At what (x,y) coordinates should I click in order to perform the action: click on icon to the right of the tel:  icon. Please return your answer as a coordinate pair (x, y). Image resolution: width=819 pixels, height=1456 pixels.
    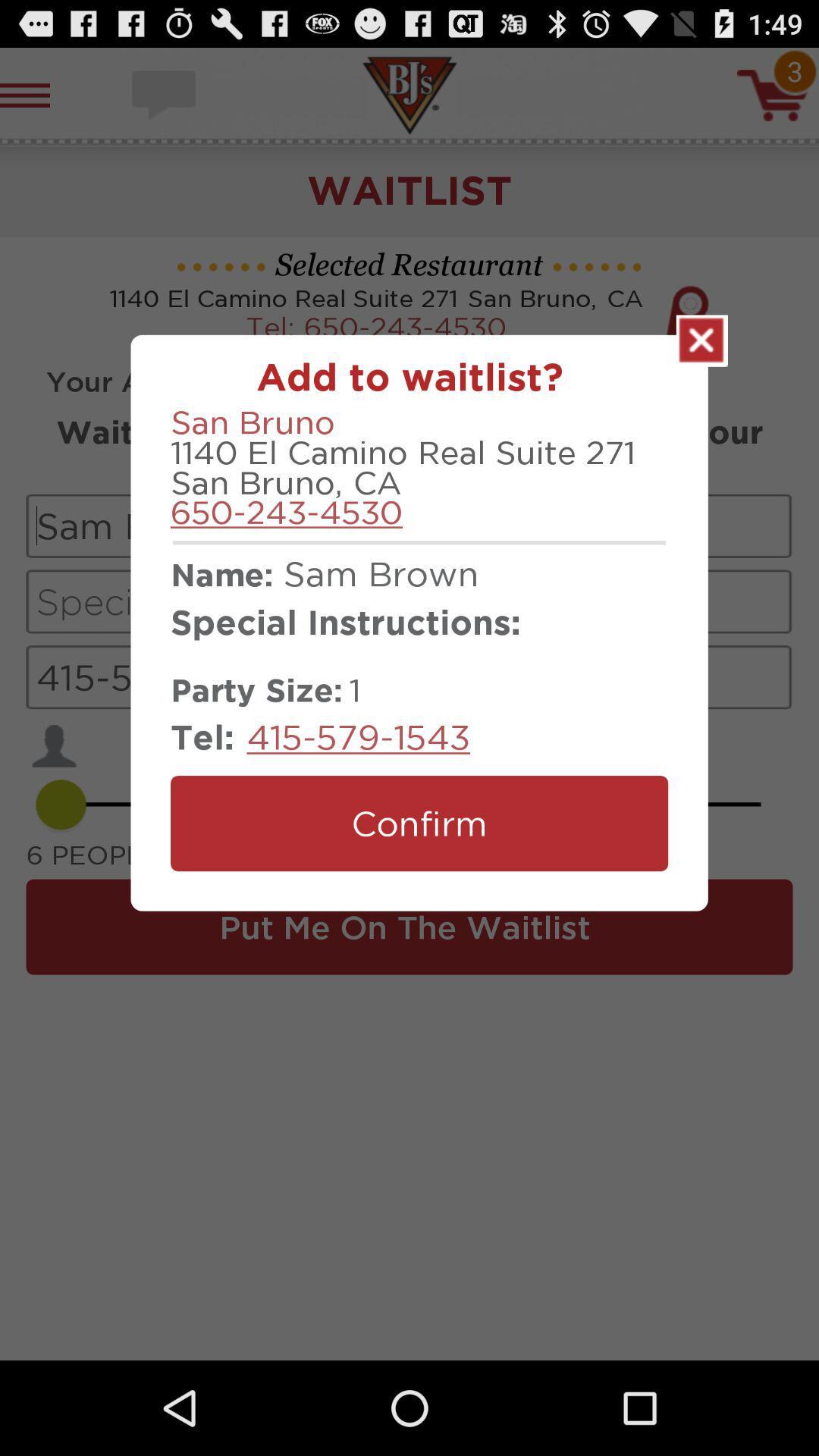
    Looking at the image, I should click on (358, 736).